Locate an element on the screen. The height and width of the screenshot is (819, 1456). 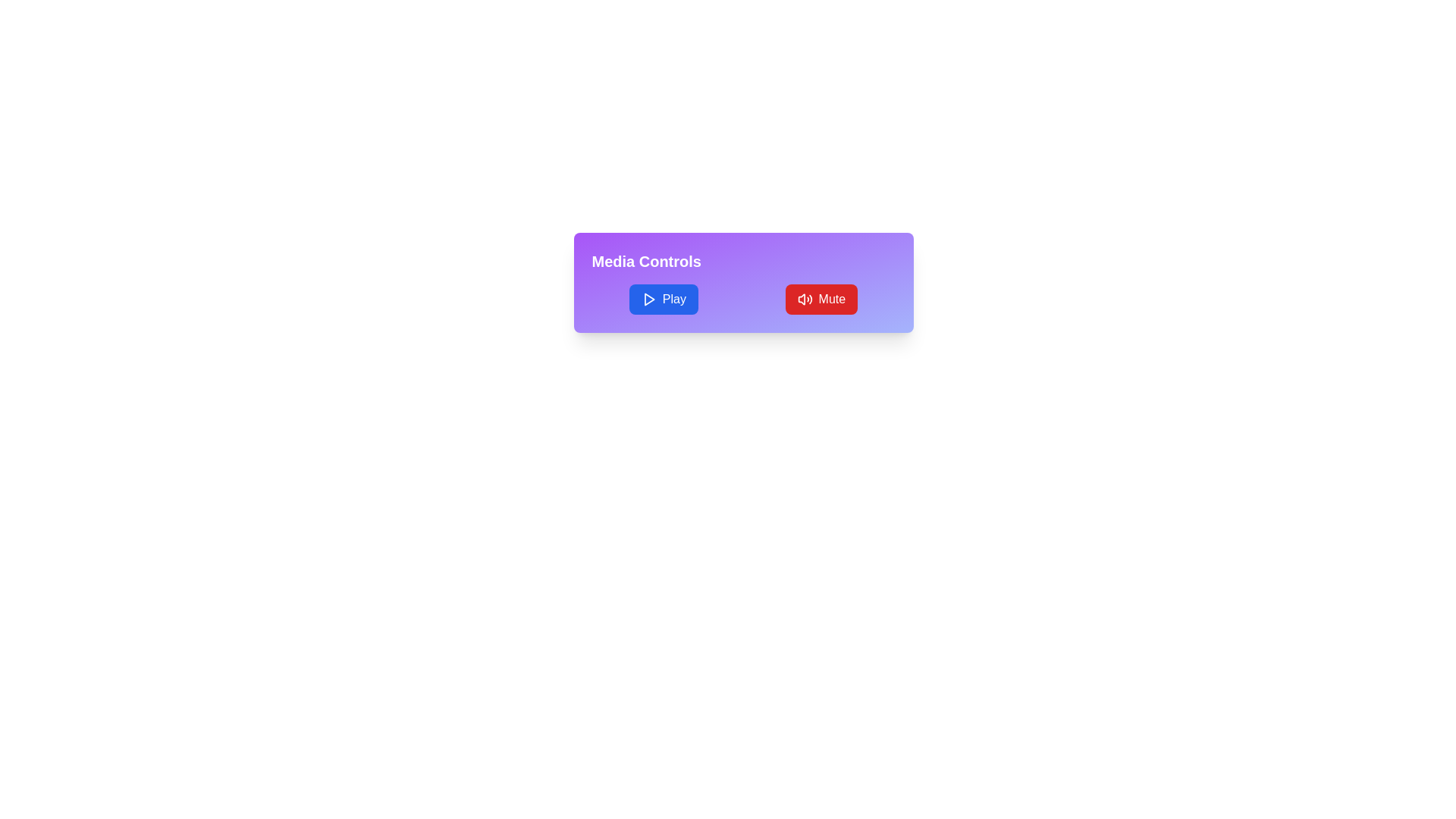
the 'Play' button to toggle the playback state is located at coordinates (664, 299).